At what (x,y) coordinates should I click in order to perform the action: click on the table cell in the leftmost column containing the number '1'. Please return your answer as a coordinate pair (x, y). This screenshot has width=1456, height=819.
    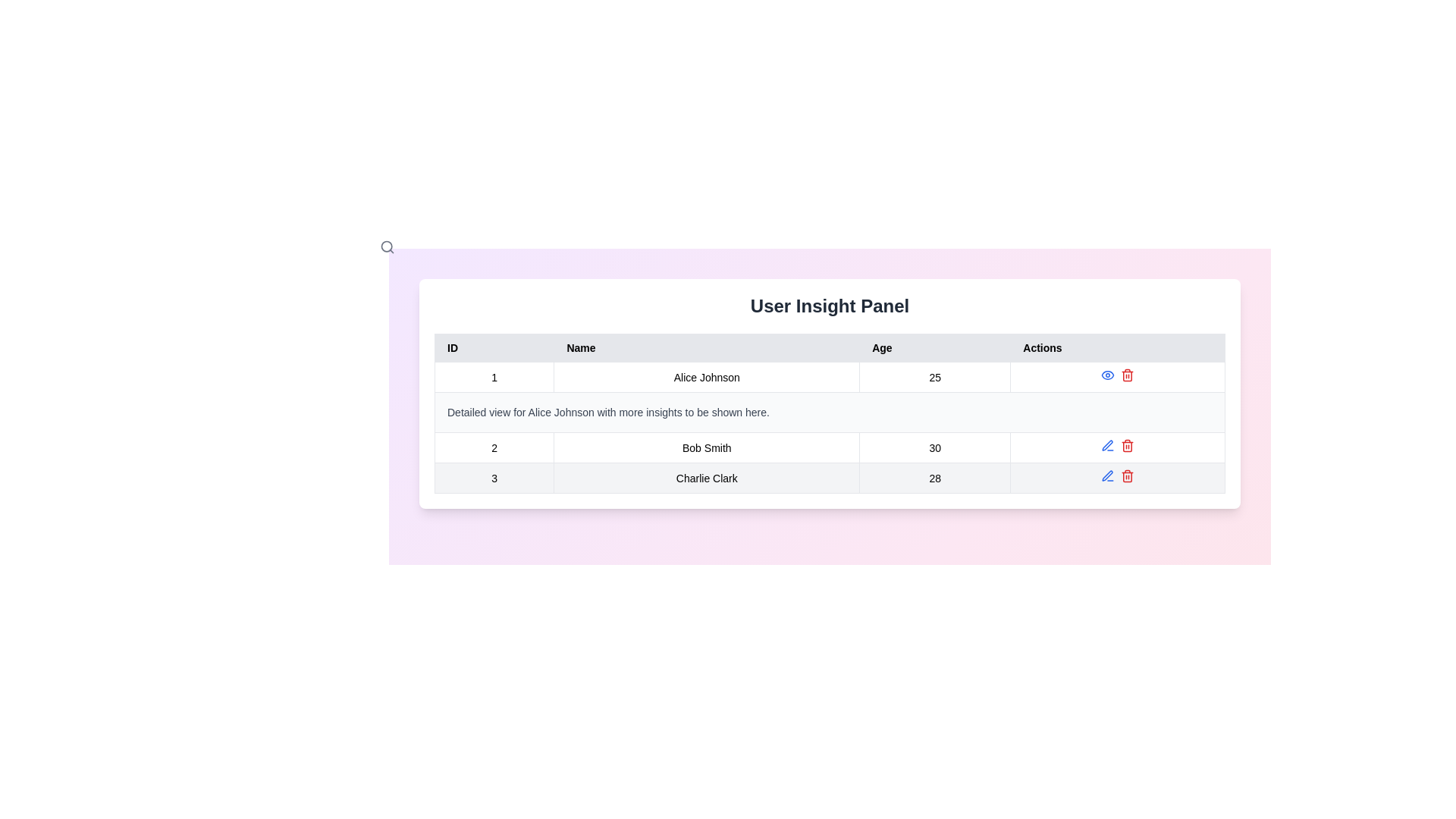
    Looking at the image, I should click on (494, 376).